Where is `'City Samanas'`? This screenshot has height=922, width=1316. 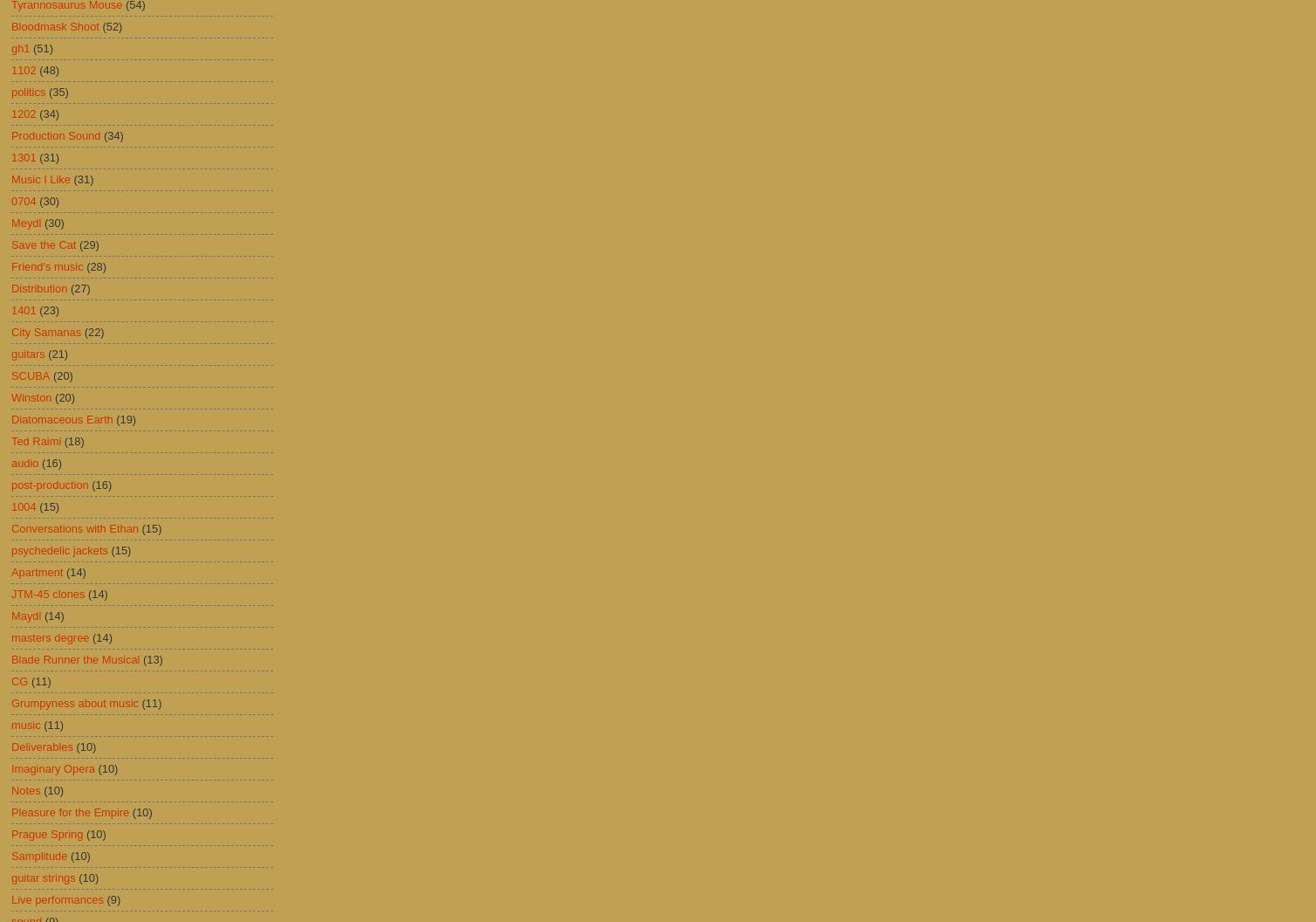 'City Samanas' is located at coordinates (45, 331).